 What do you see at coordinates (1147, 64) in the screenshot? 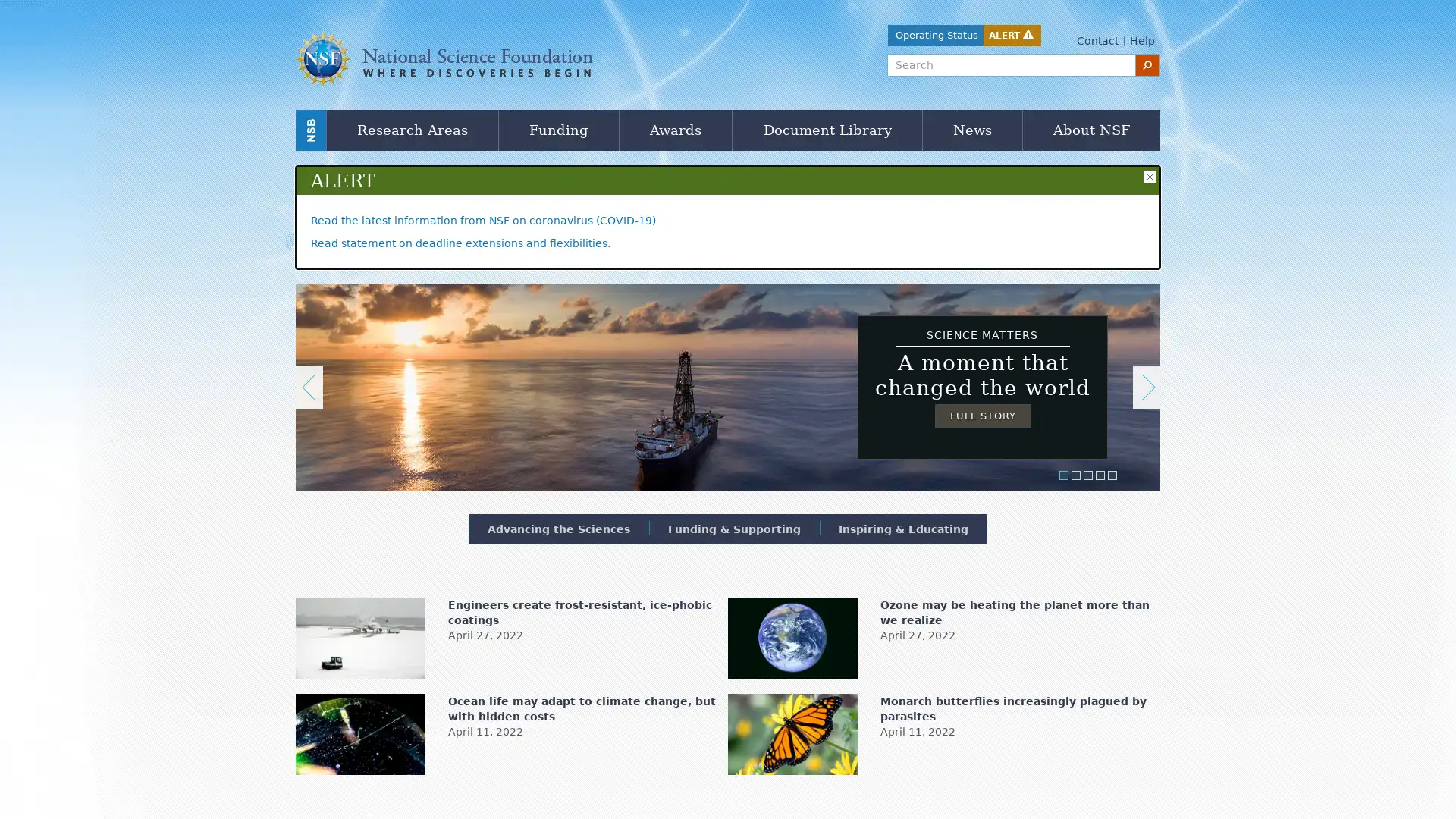
I see `search` at bounding box center [1147, 64].